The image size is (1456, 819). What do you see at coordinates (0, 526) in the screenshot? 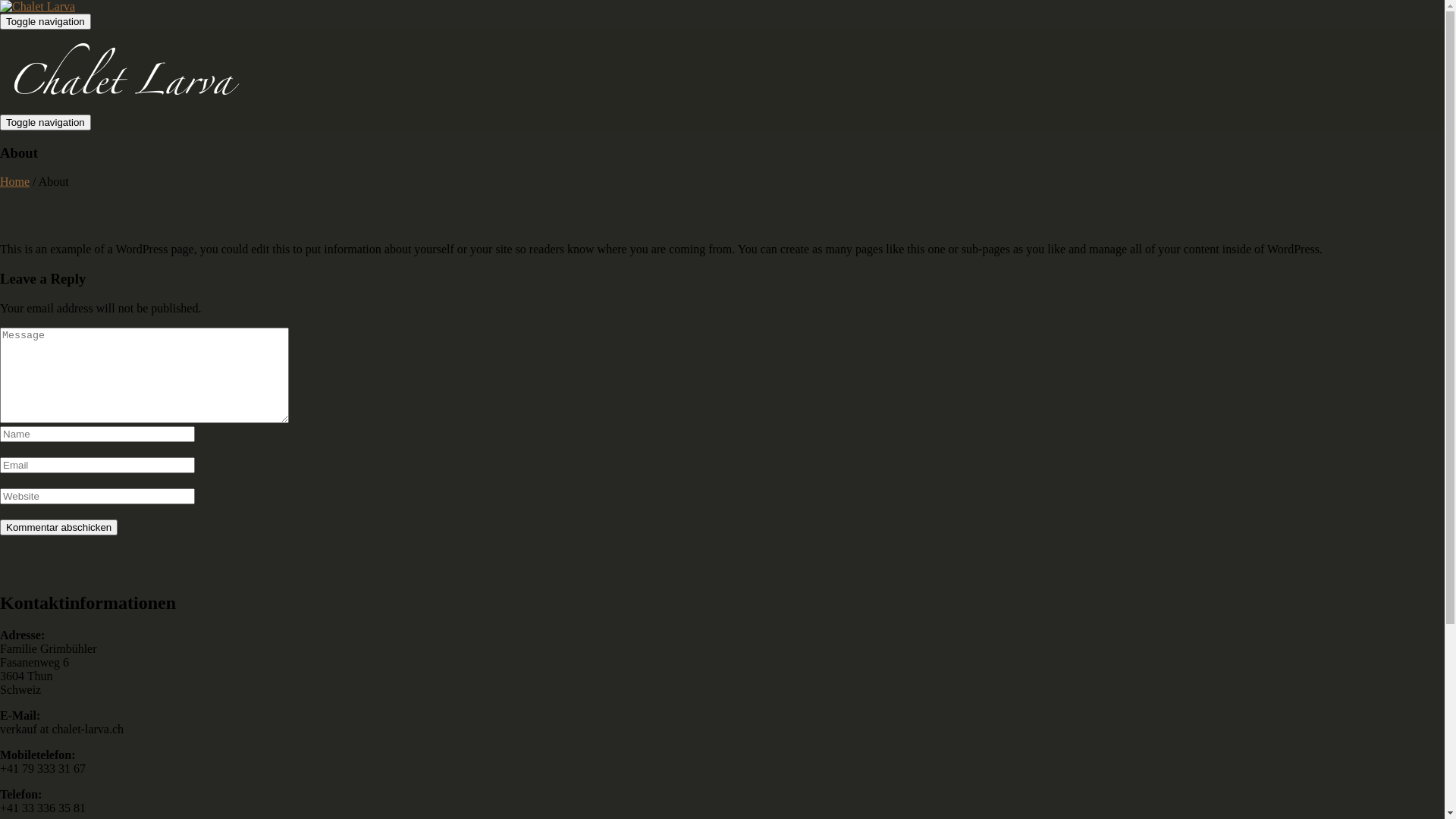
I see `'Kommentar abschicken'` at bounding box center [0, 526].